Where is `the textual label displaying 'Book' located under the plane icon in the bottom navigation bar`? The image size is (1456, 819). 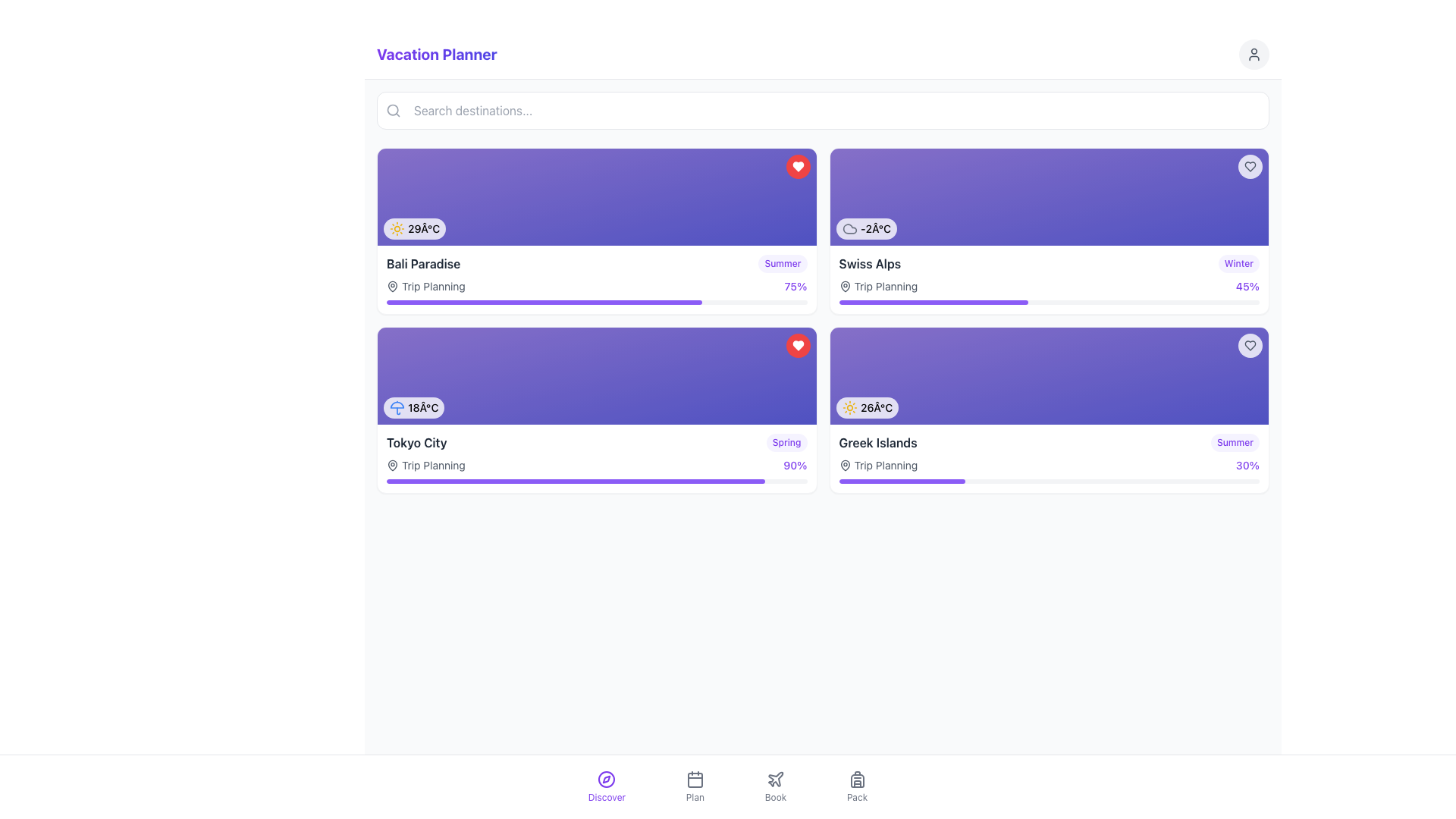 the textual label displaying 'Book' located under the plane icon in the bottom navigation bar is located at coordinates (775, 797).